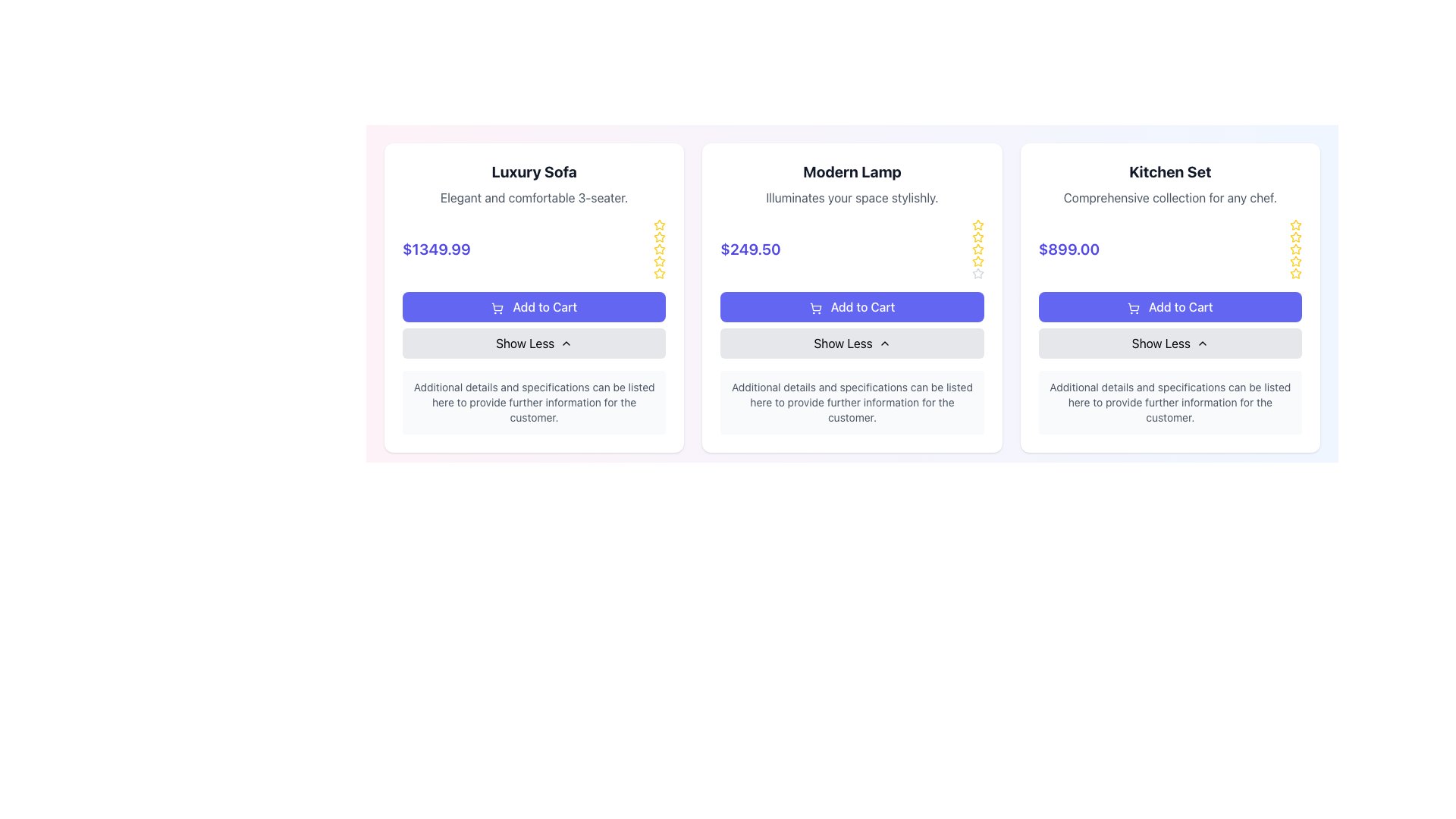 This screenshot has height=819, width=1456. What do you see at coordinates (1169, 402) in the screenshot?
I see `the supplementary informational text block located in the bottom section of the 'Kitchen Set' card, below the 'Show Less' button` at bounding box center [1169, 402].